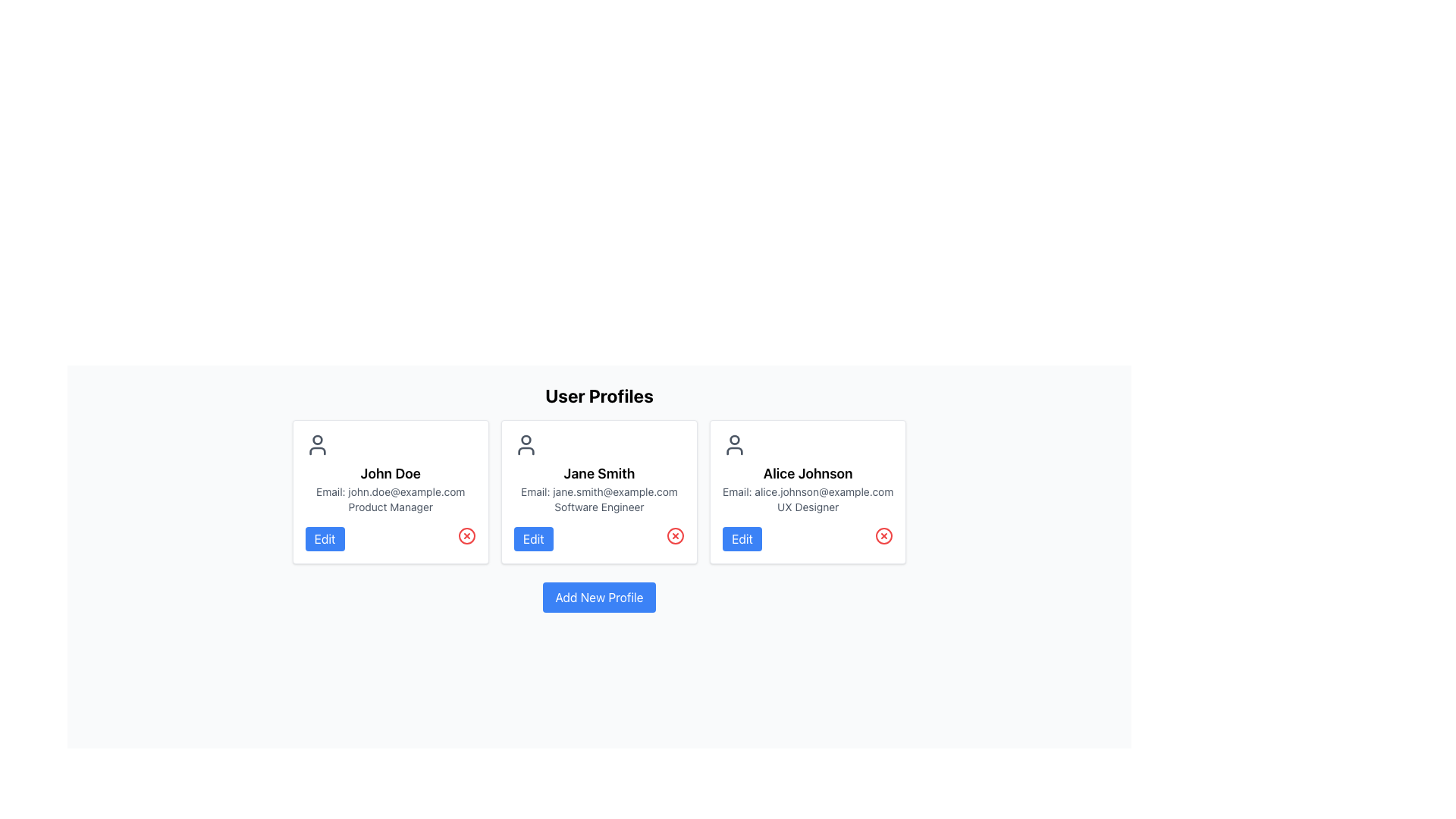 The image size is (1456, 819). What do you see at coordinates (884, 535) in the screenshot?
I see `the delete button located in the bottom-right corner of Alice Johnson's user profile card` at bounding box center [884, 535].